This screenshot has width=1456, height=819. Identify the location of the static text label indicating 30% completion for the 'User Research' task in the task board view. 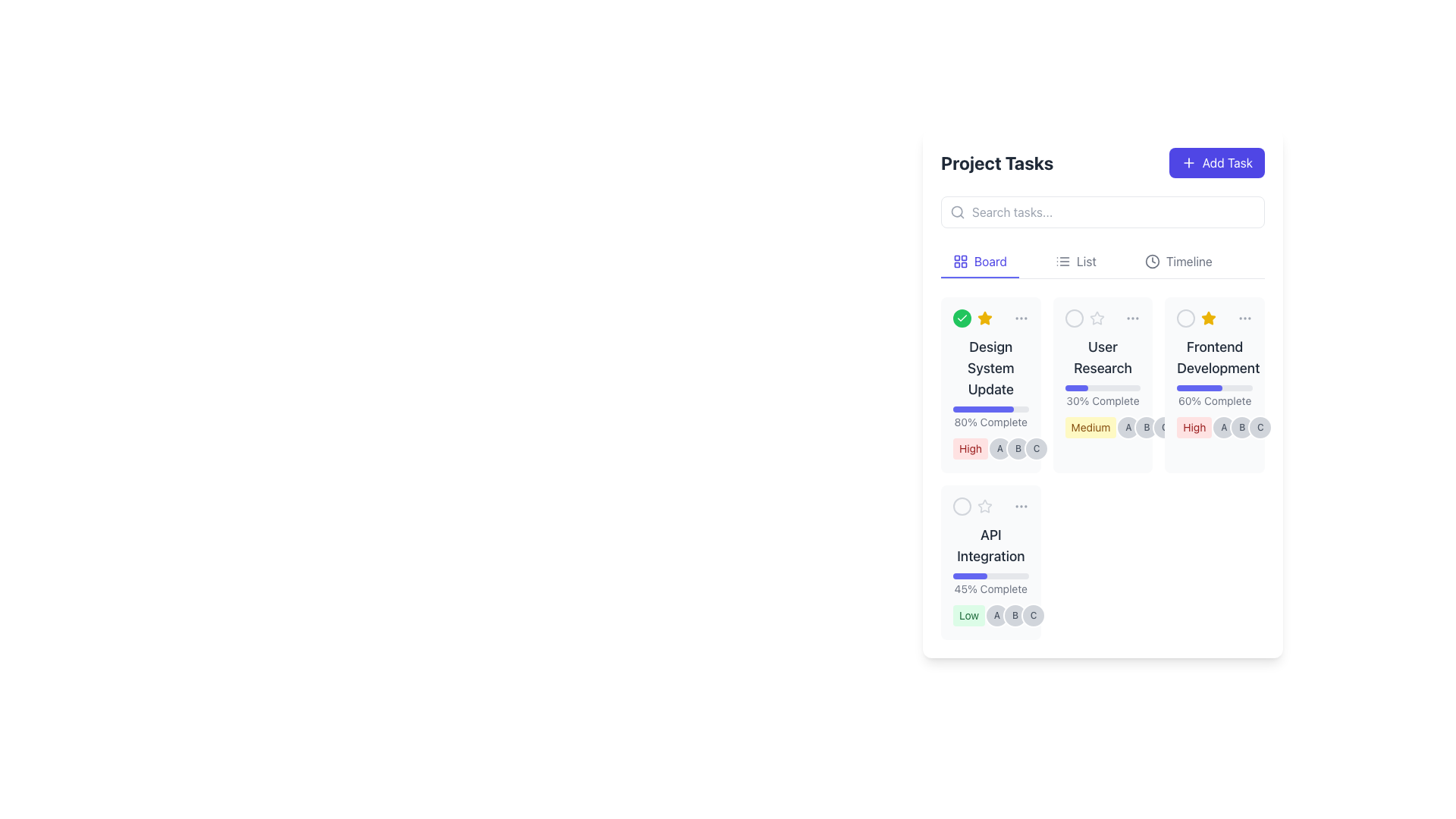
(1103, 397).